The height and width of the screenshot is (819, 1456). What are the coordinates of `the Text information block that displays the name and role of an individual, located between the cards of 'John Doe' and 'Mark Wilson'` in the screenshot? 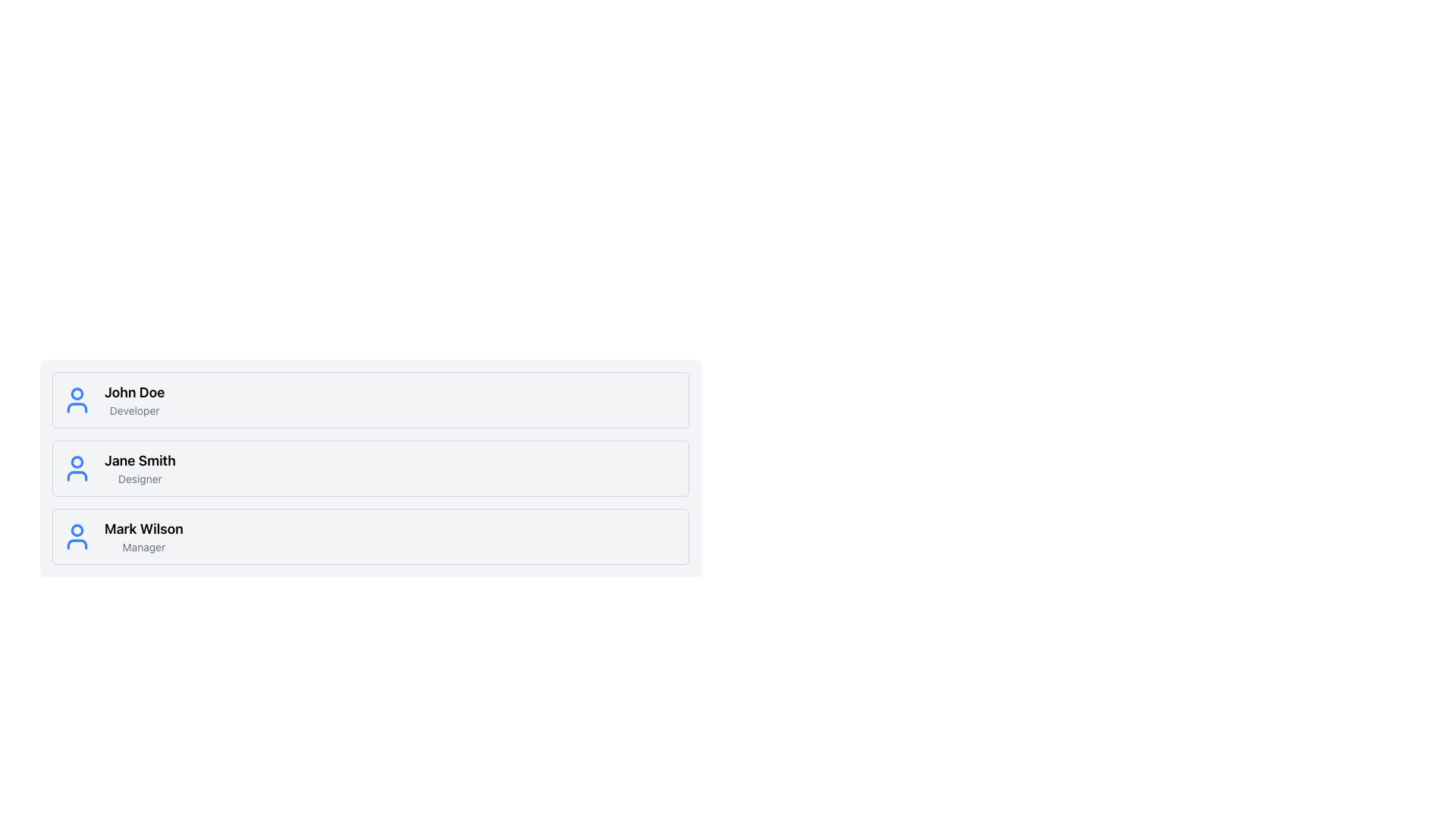 It's located at (140, 467).